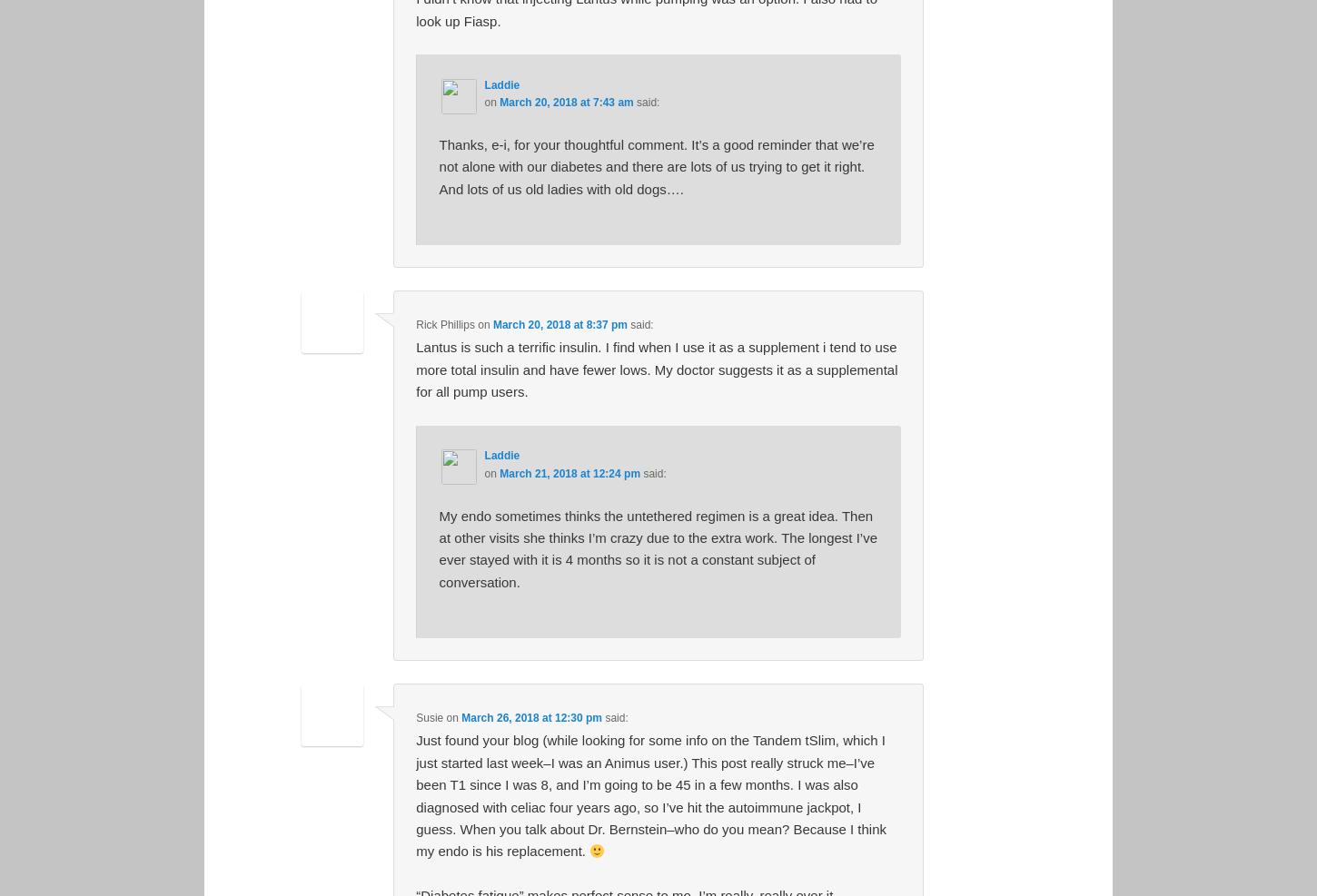 This screenshot has width=1317, height=896. Describe the element at coordinates (460, 717) in the screenshot. I see `'March 26, 2018 at 12:30 pm'` at that location.